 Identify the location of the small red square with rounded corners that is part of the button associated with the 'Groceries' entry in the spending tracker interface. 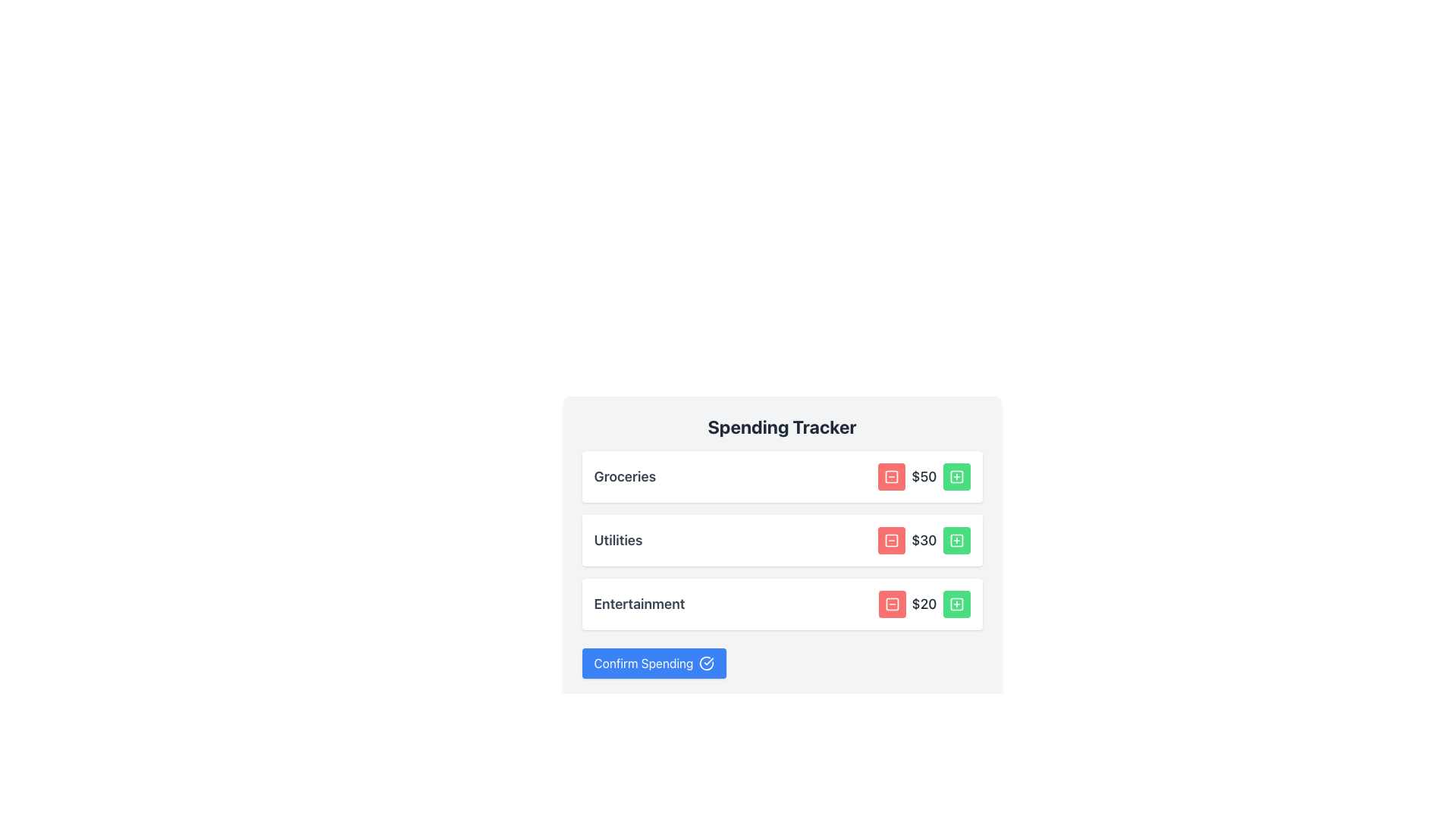
(892, 475).